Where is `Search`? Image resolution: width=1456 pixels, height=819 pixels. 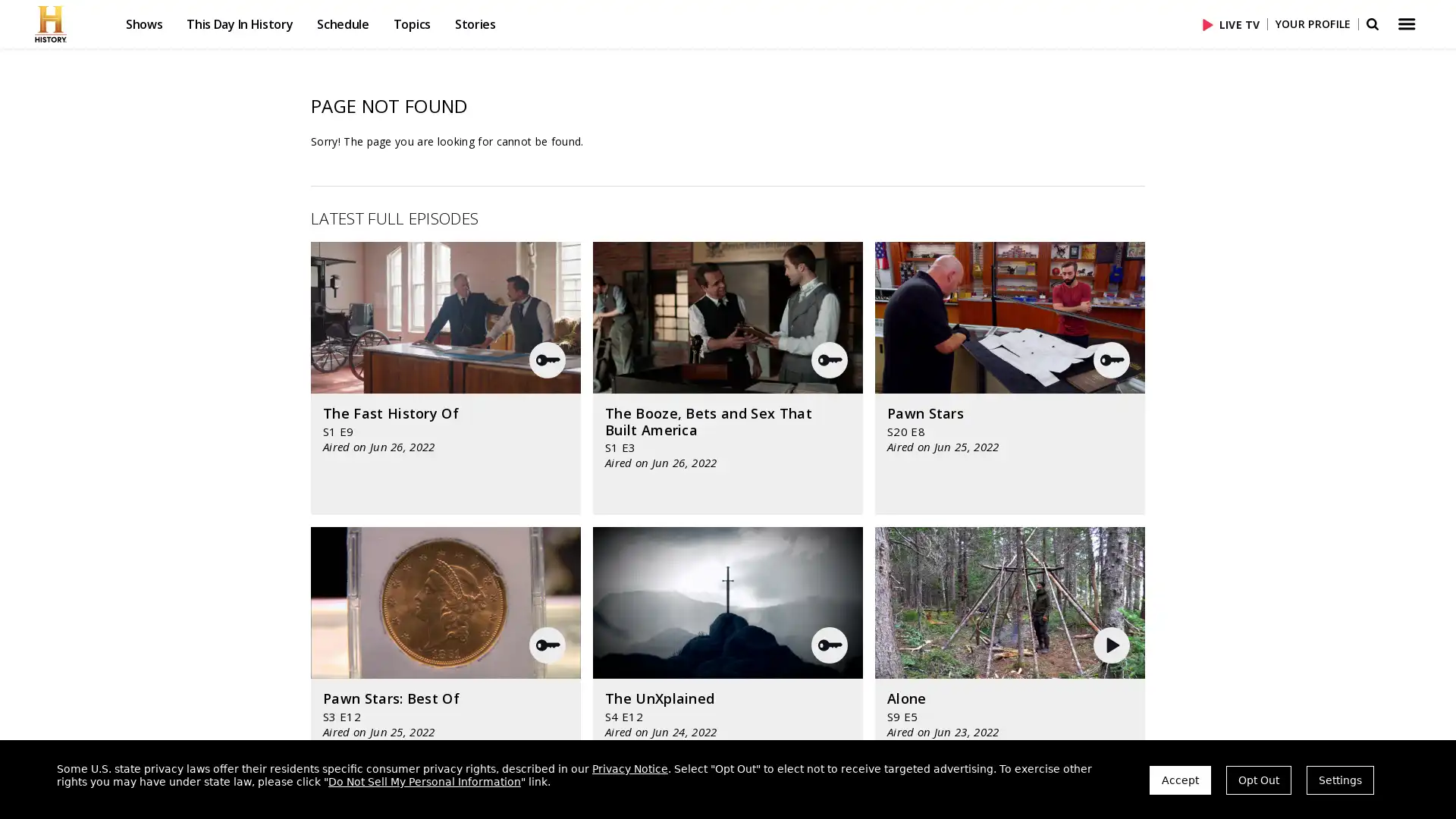
Search is located at coordinates (1371, 24).